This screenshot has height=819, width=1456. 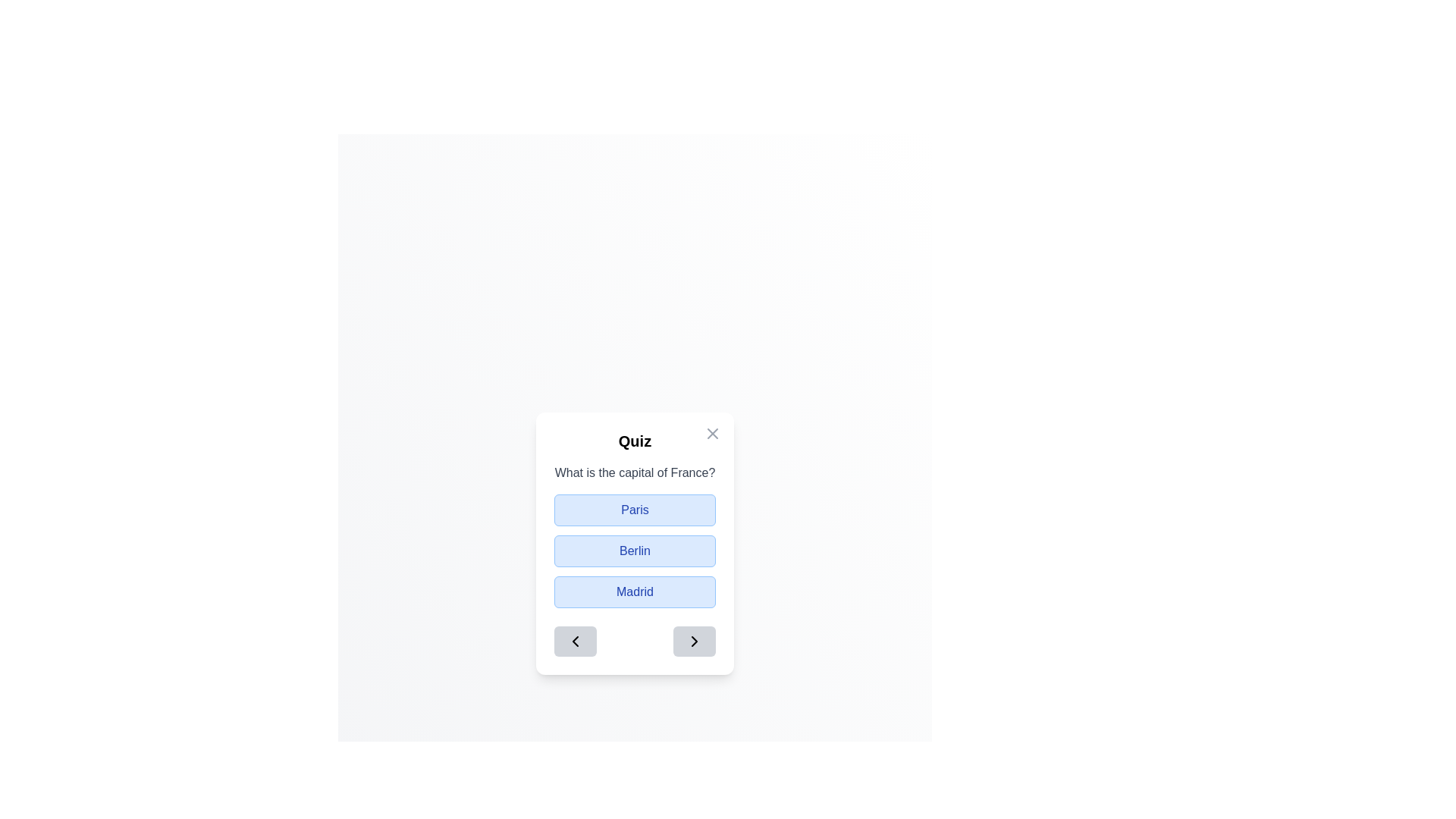 What do you see at coordinates (635, 551) in the screenshot?
I see `the rectangular button labeled 'Berlin' with a light blue background` at bounding box center [635, 551].